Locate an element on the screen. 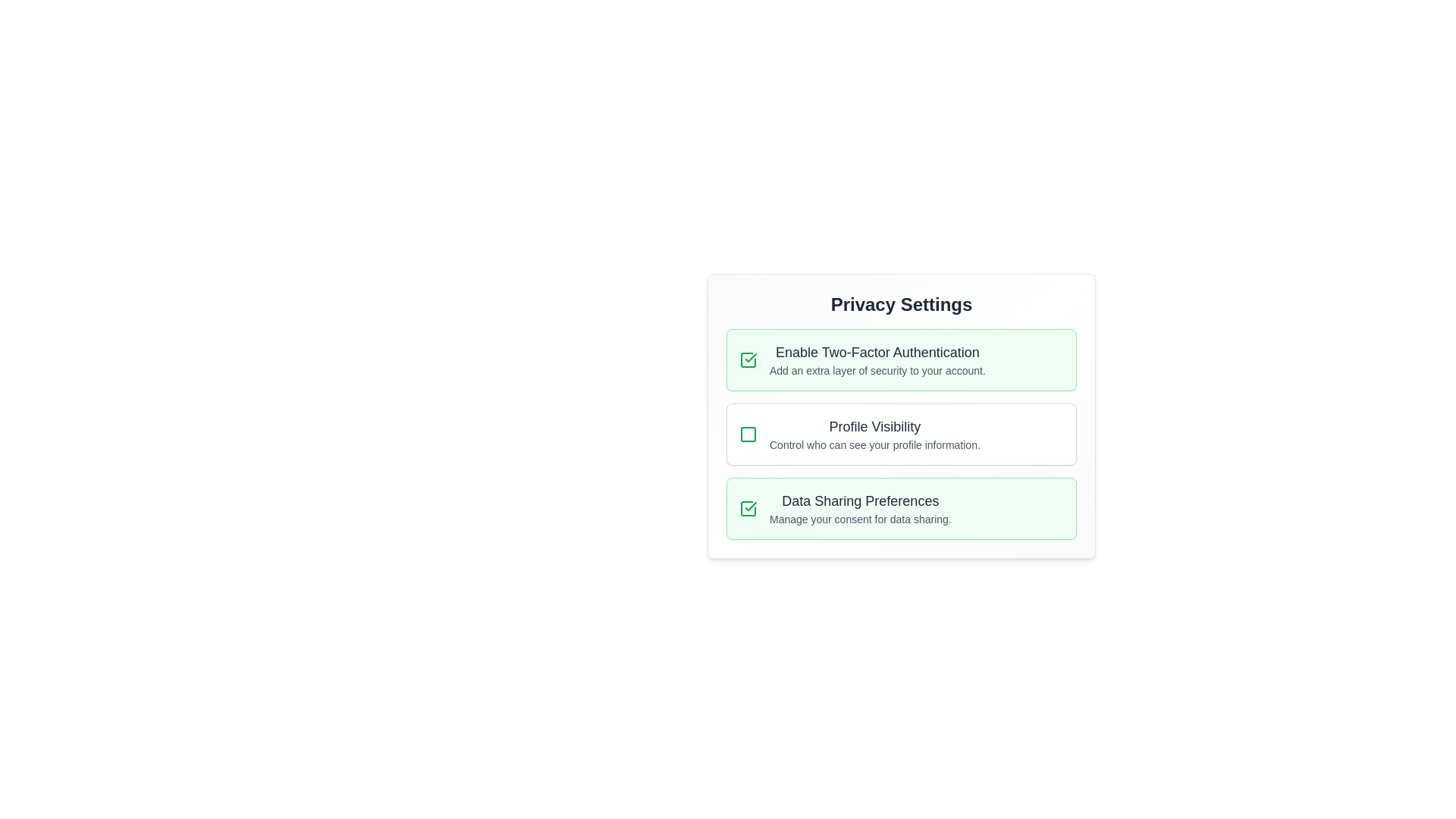 Image resolution: width=1456 pixels, height=819 pixels. the text display element that shows 'Profile Visibility' and its description about controlling profile information is located at coordinates (874, 435).